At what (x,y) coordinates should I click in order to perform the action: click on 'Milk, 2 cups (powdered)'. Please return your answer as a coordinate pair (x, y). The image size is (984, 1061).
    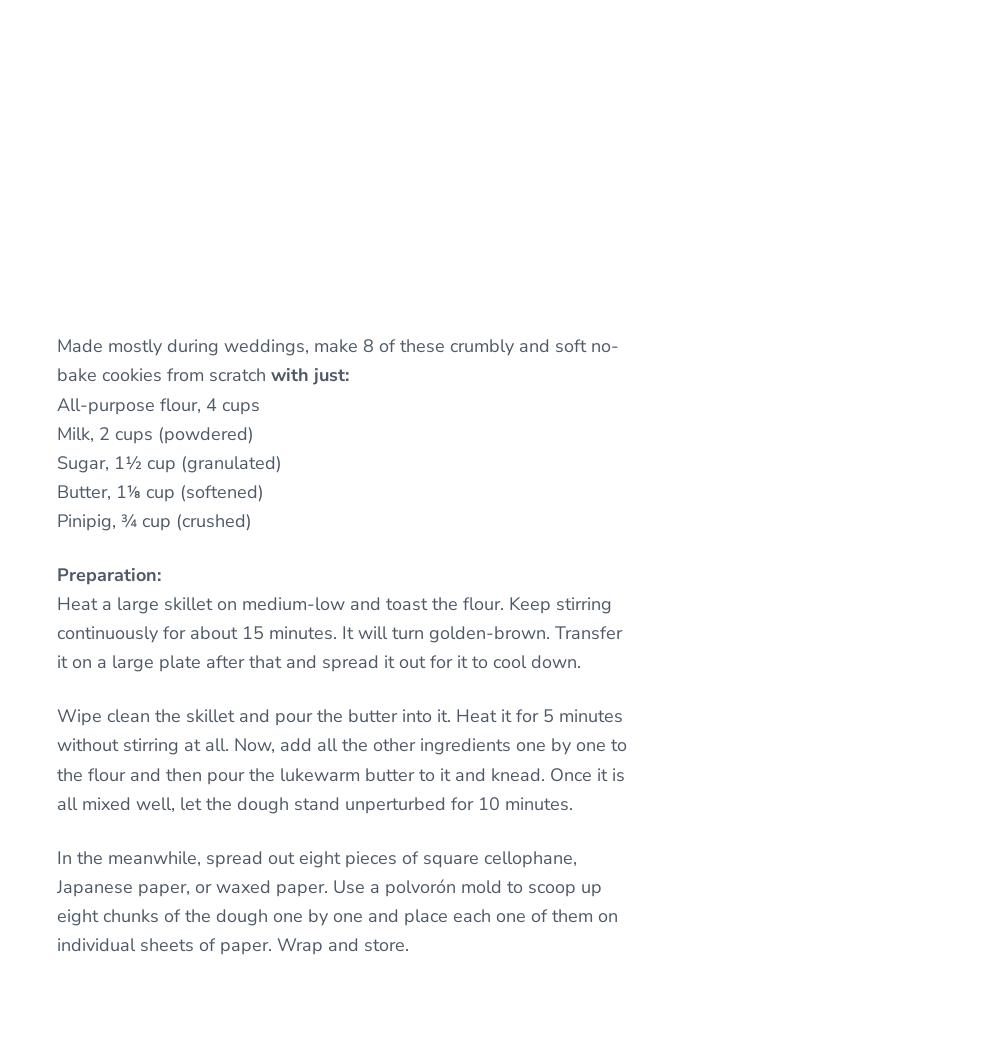
    Looking at the image, I should click on (155, 432).